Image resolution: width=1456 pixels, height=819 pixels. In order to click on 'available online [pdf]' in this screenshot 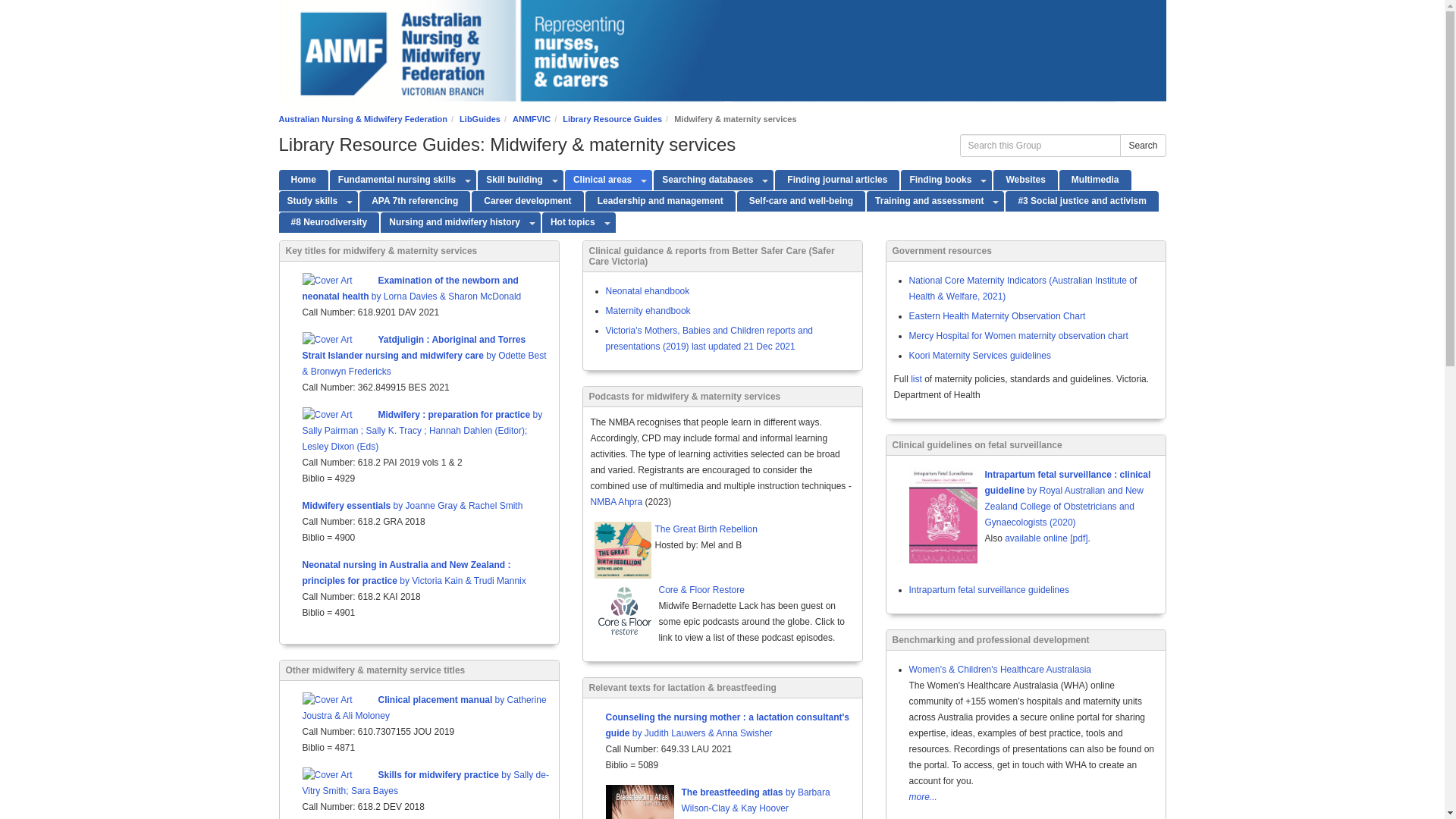, I will do `click(1045, 537)`.